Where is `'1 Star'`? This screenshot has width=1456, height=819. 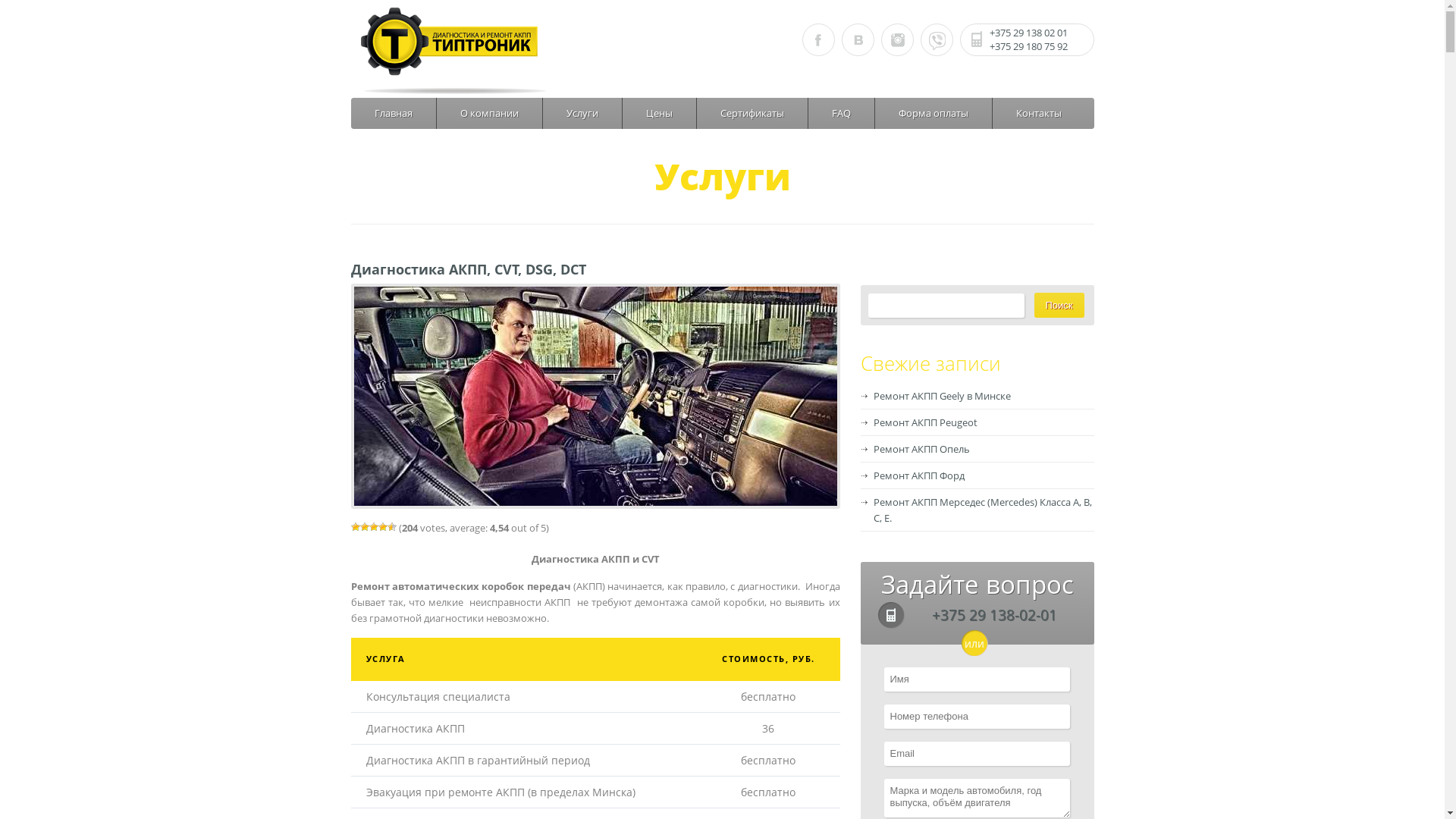 '1 Star' is located at coordinates (349, 526).